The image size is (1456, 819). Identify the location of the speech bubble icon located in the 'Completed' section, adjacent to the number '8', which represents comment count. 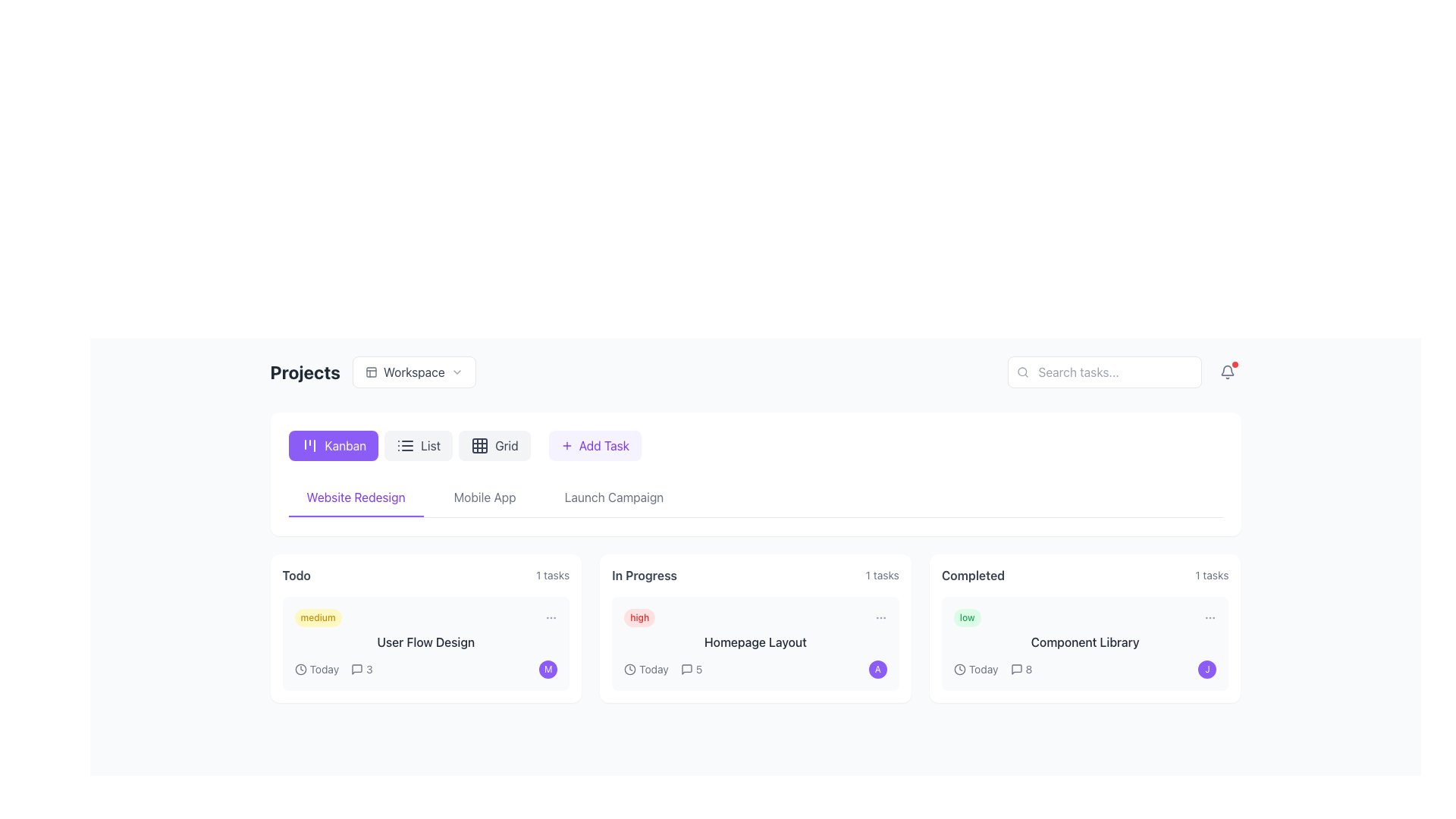
(1015, 669).